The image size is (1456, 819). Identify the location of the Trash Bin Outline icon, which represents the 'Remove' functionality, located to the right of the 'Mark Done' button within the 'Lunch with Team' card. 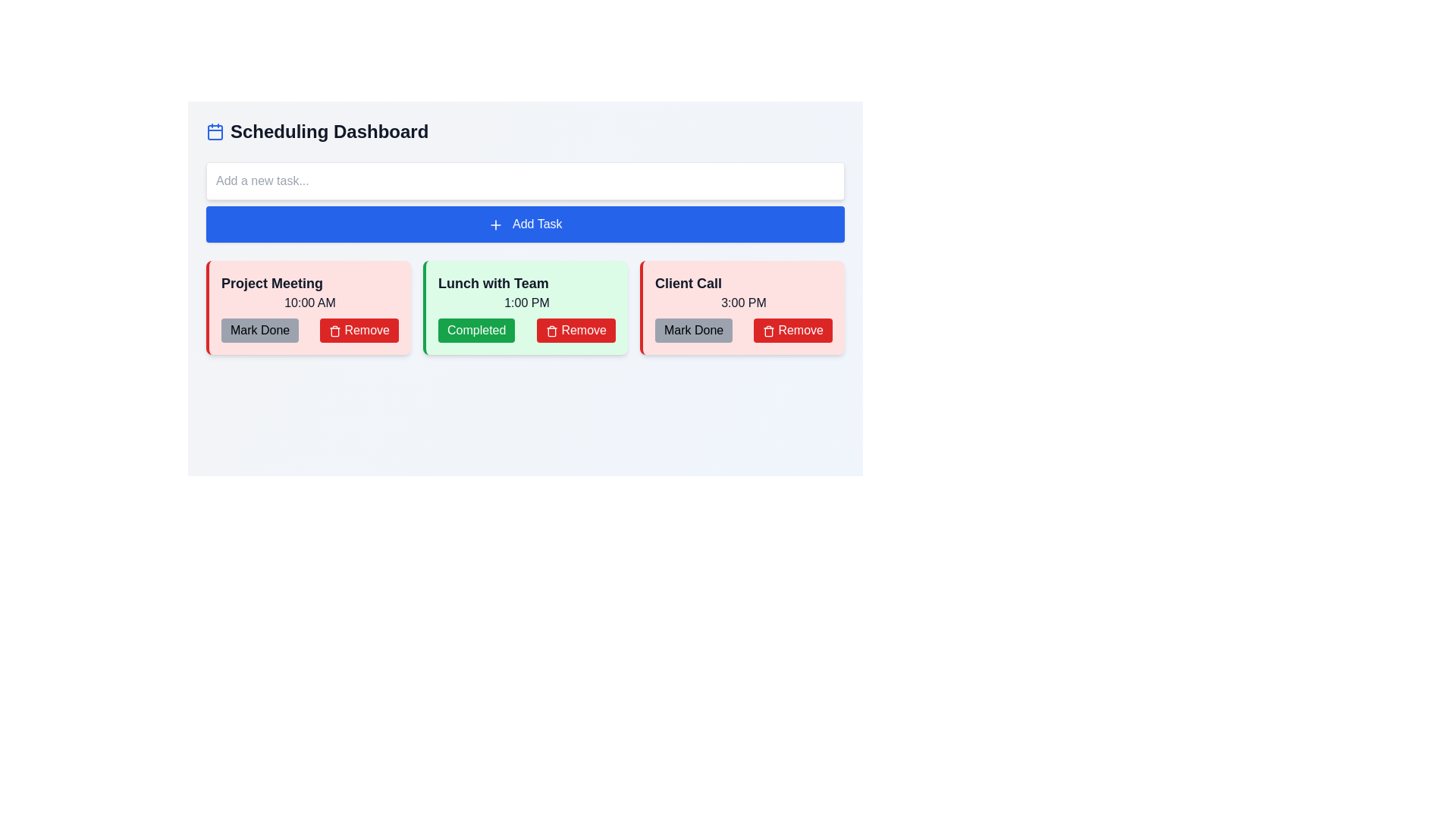
(334, 331).